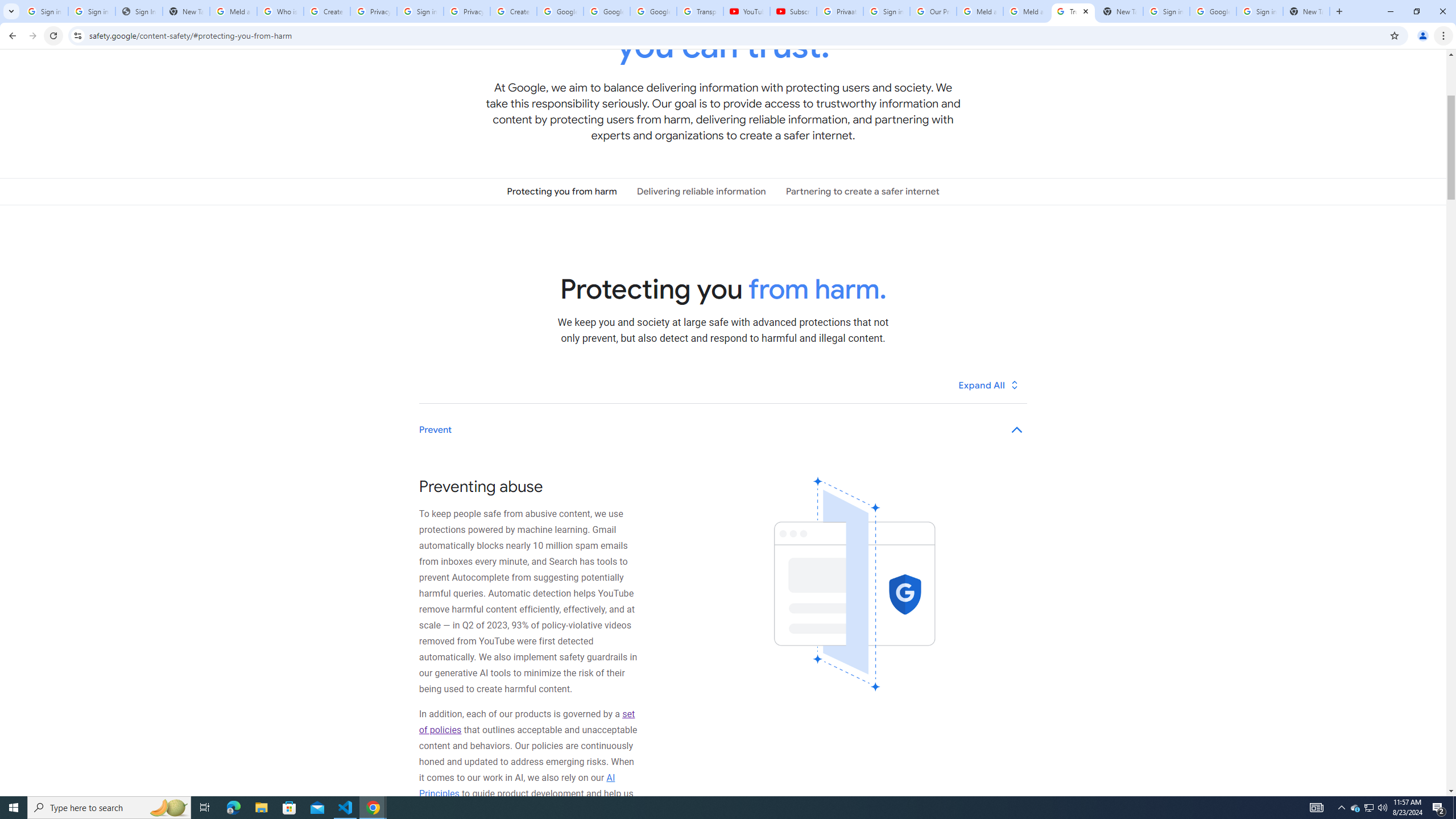 The height and width of the screenshot is (819, 1456). I want to click on 'AI Principles', so click(517, 785).